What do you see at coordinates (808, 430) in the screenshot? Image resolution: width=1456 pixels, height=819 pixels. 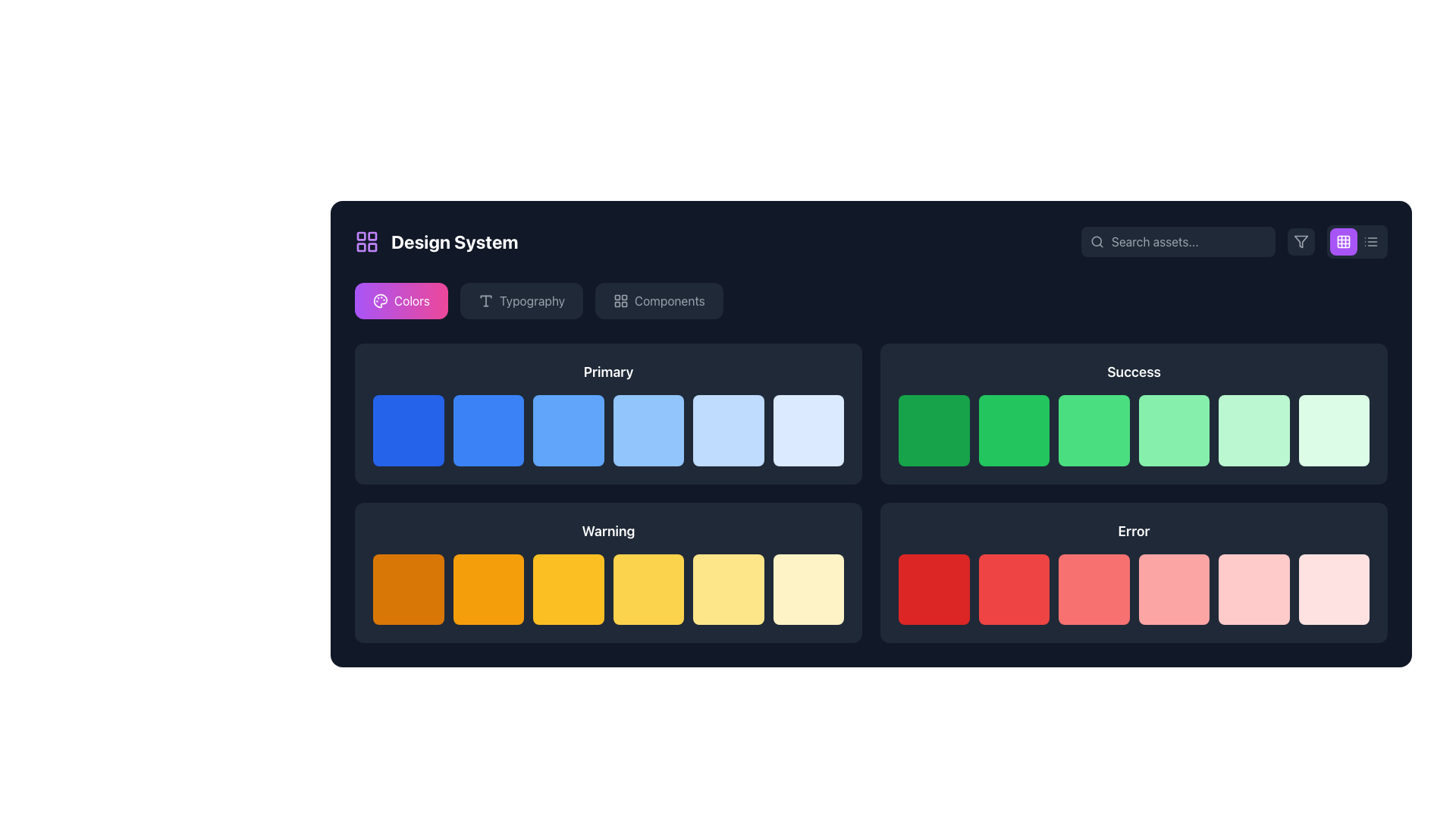 I see `on the sixth light blue interactive color tile in the bottom-right corner of the 'Primary' section` at bounding box center [808, 430].